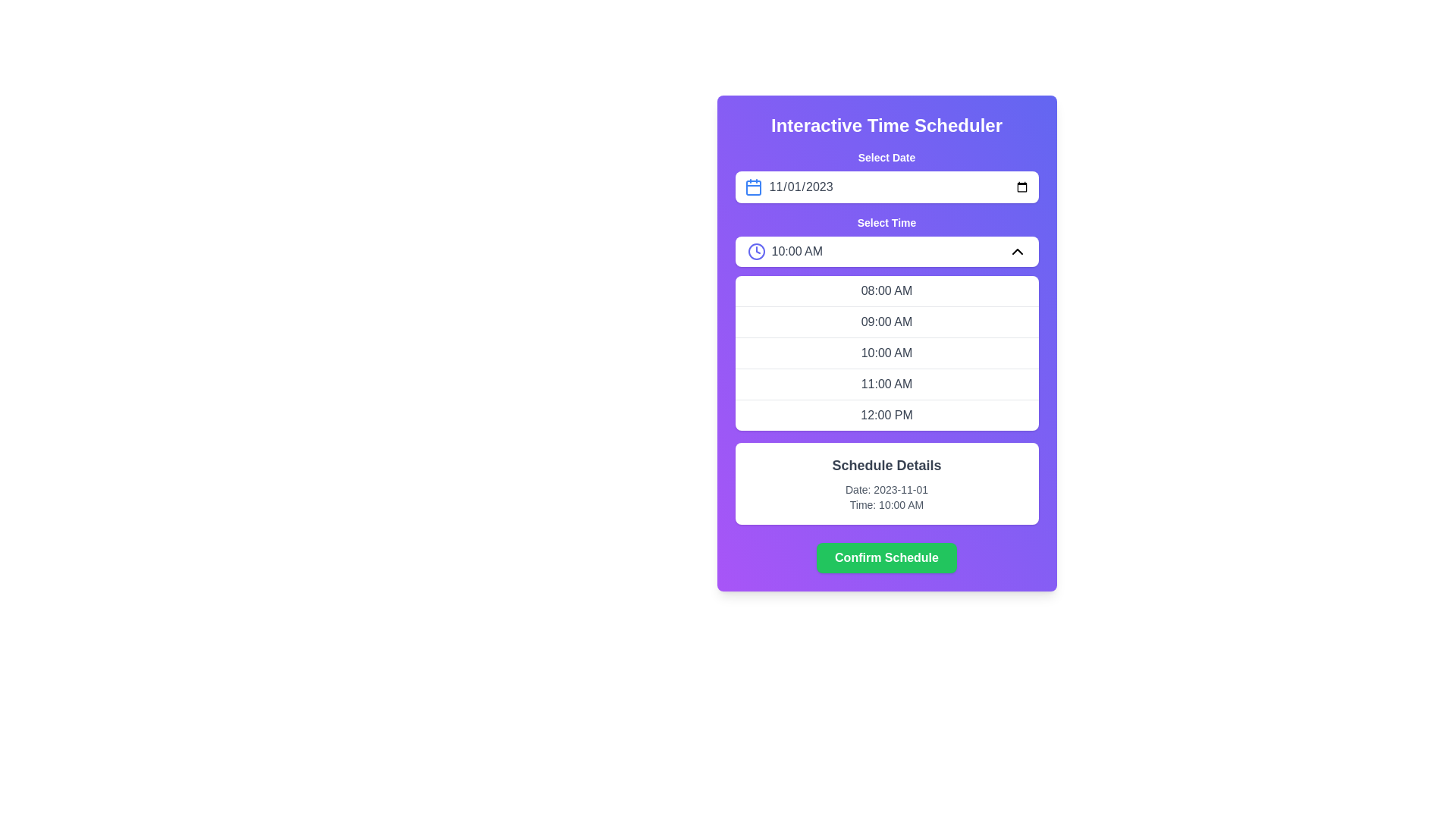 The width and height of the screenshot is (1456, 819). Describe the element at coordinates (753, 187) in the screenshot. I see `the decorative rectangle inside the SVG calendar icon located at the top of the interface, to the left of the date input field showing '11/01/2023'` at that location.